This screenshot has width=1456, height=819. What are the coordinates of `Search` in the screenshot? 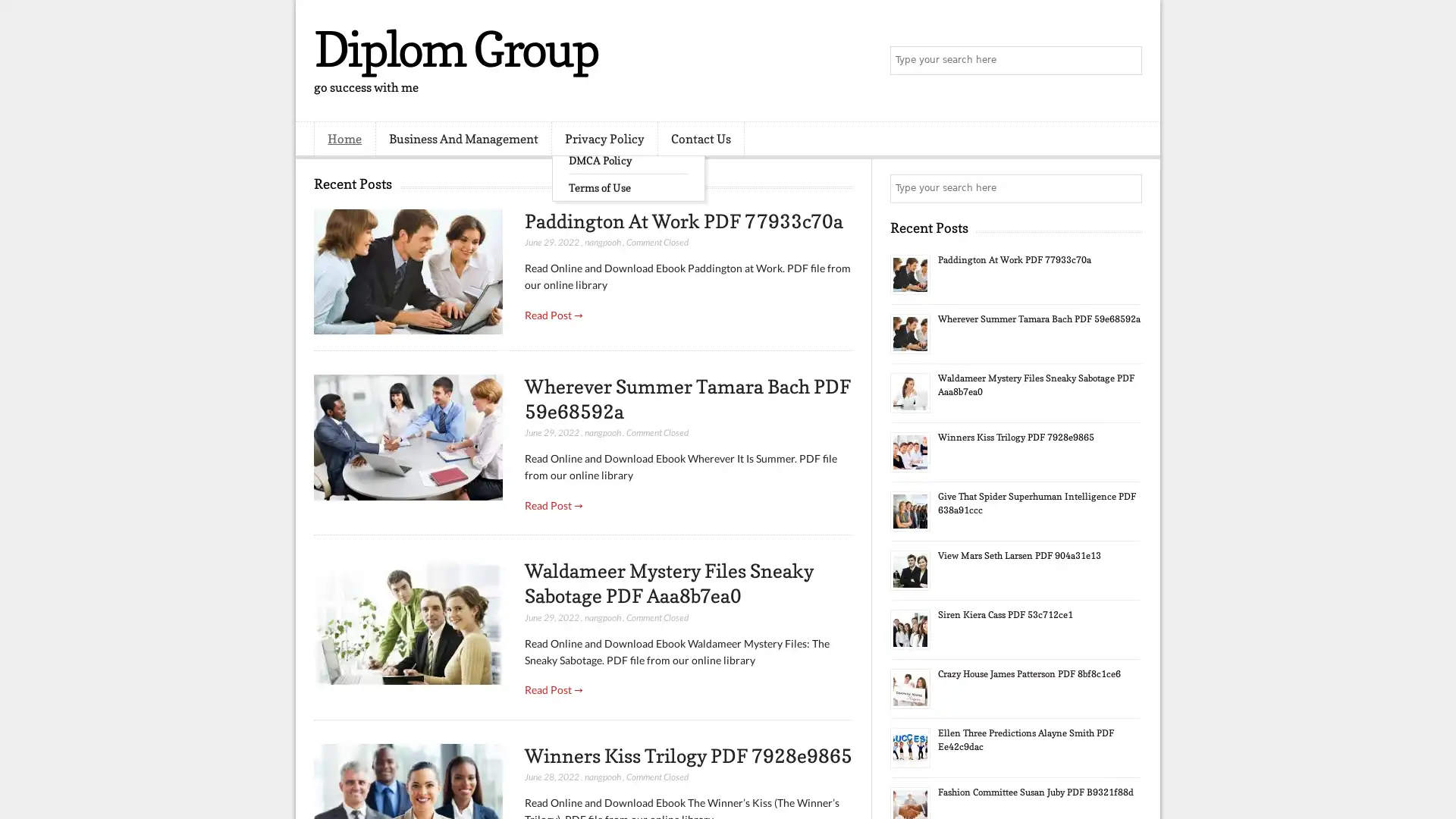 It's located at (1126, 61).